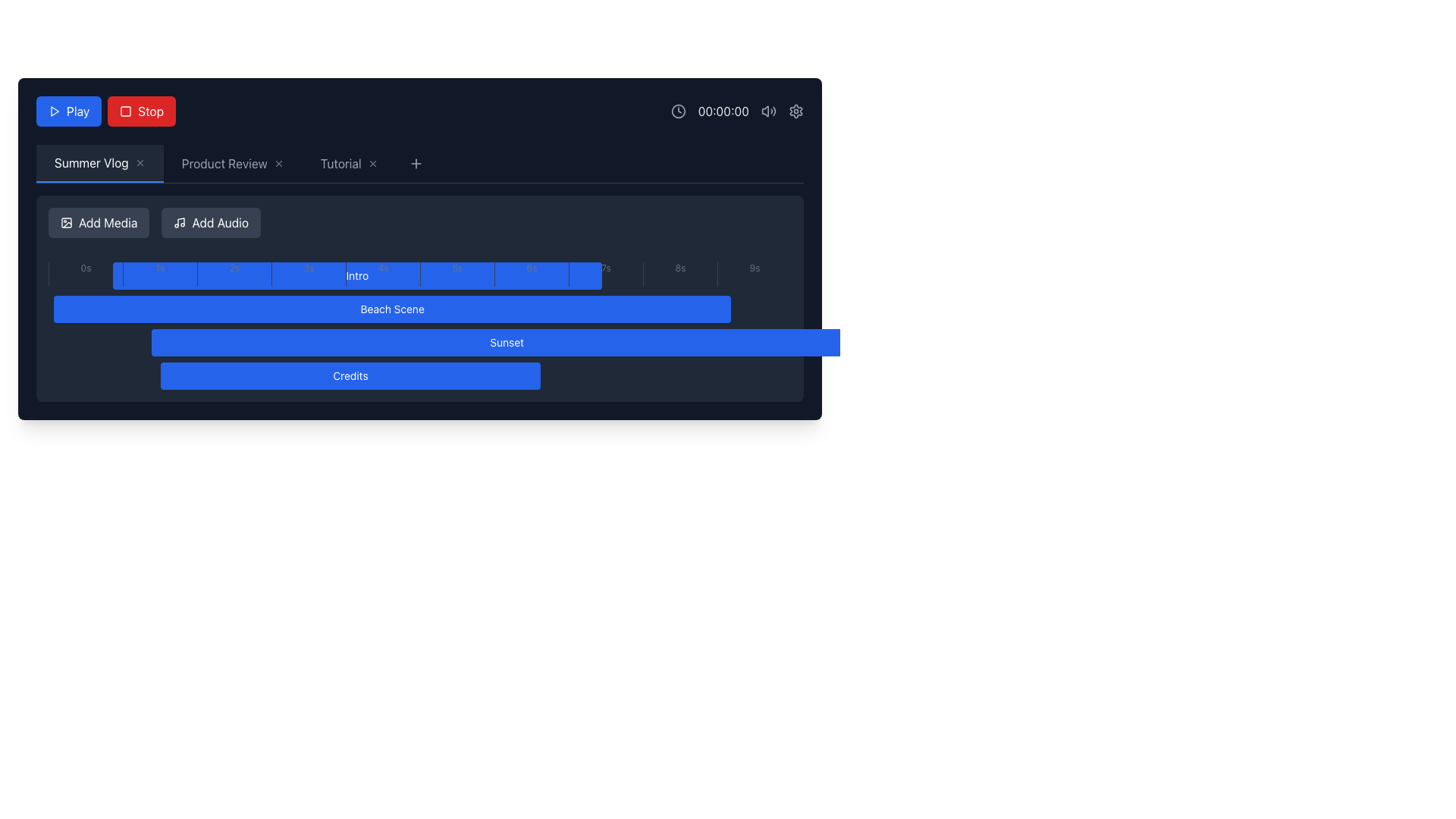 This screenshot has height=819, width=1456. Describe the element at coordinates (795, 110) in the screenshot. I see `the settings icon, which is a gray outlined gear shape located in the top-right corner of the interface` at that location.